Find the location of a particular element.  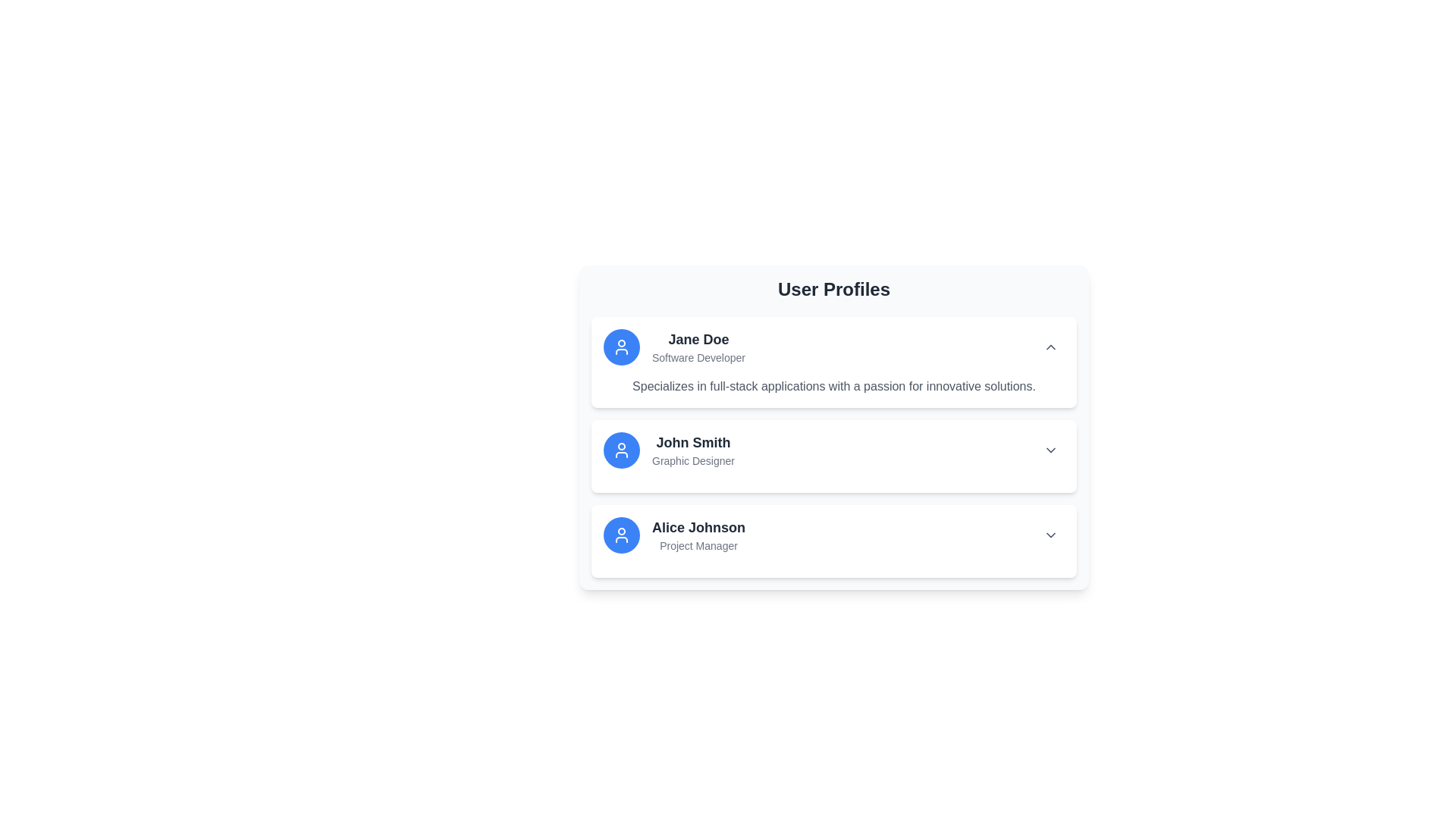

the Profile Icon is located at coordinates (622, 534).